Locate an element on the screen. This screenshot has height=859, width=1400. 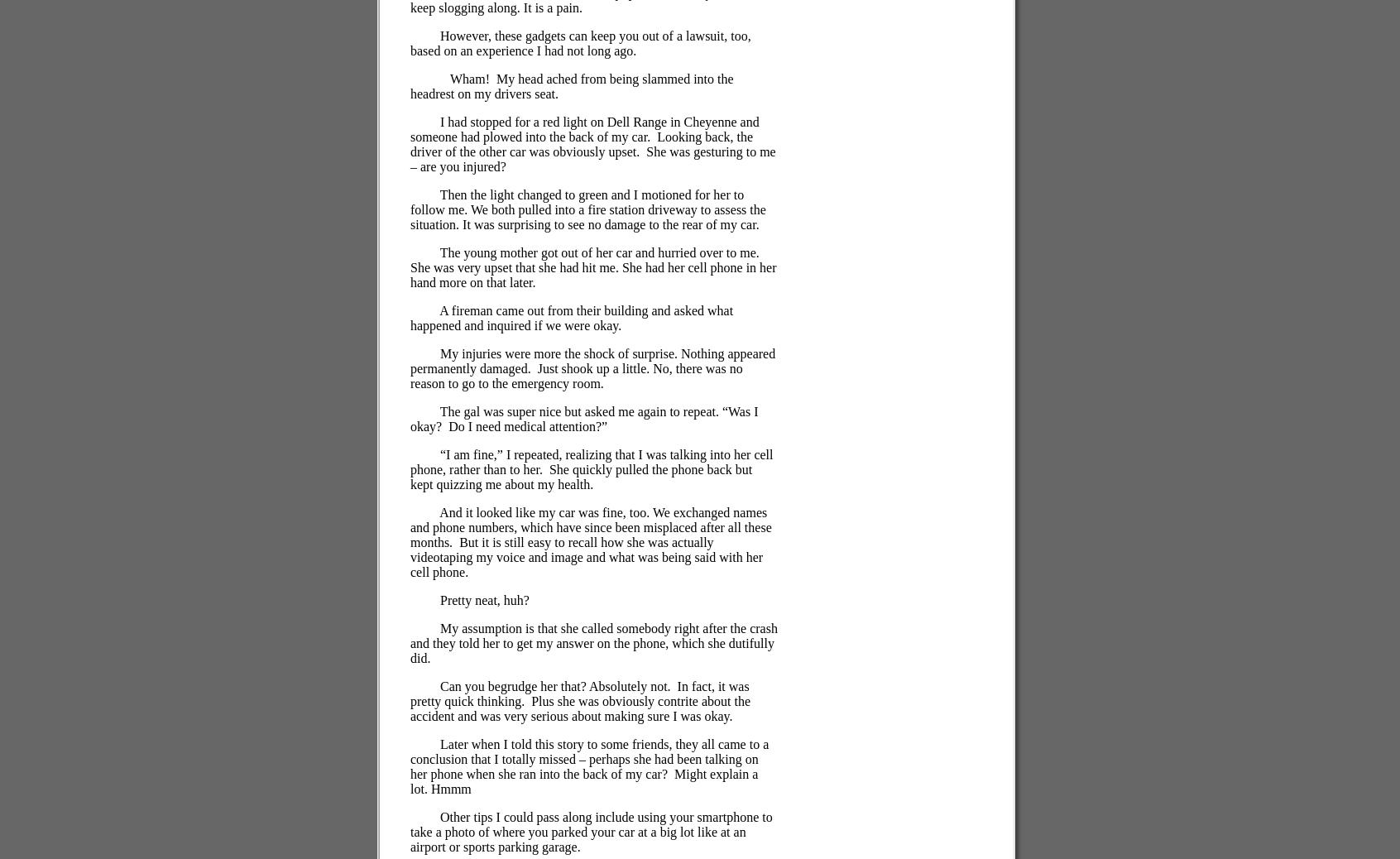
'My head ached from being slammed into the
headrest on my drivers seat.' is located at coordinates (572, 85).